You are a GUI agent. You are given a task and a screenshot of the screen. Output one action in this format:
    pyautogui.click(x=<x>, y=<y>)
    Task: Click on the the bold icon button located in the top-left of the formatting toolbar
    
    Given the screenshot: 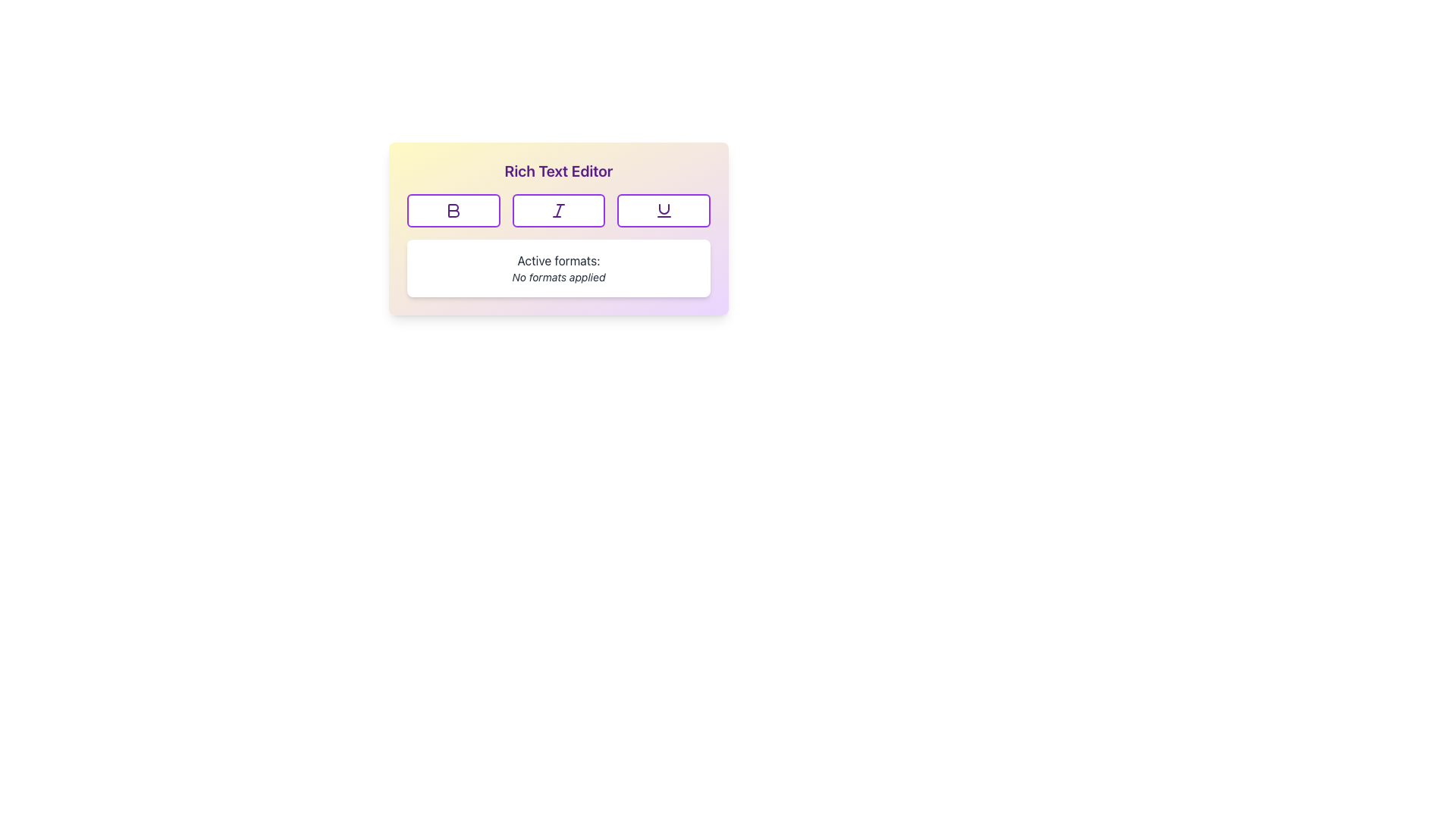 What is the action you would take?
    pyautogui.click(x=453, y=210)
    